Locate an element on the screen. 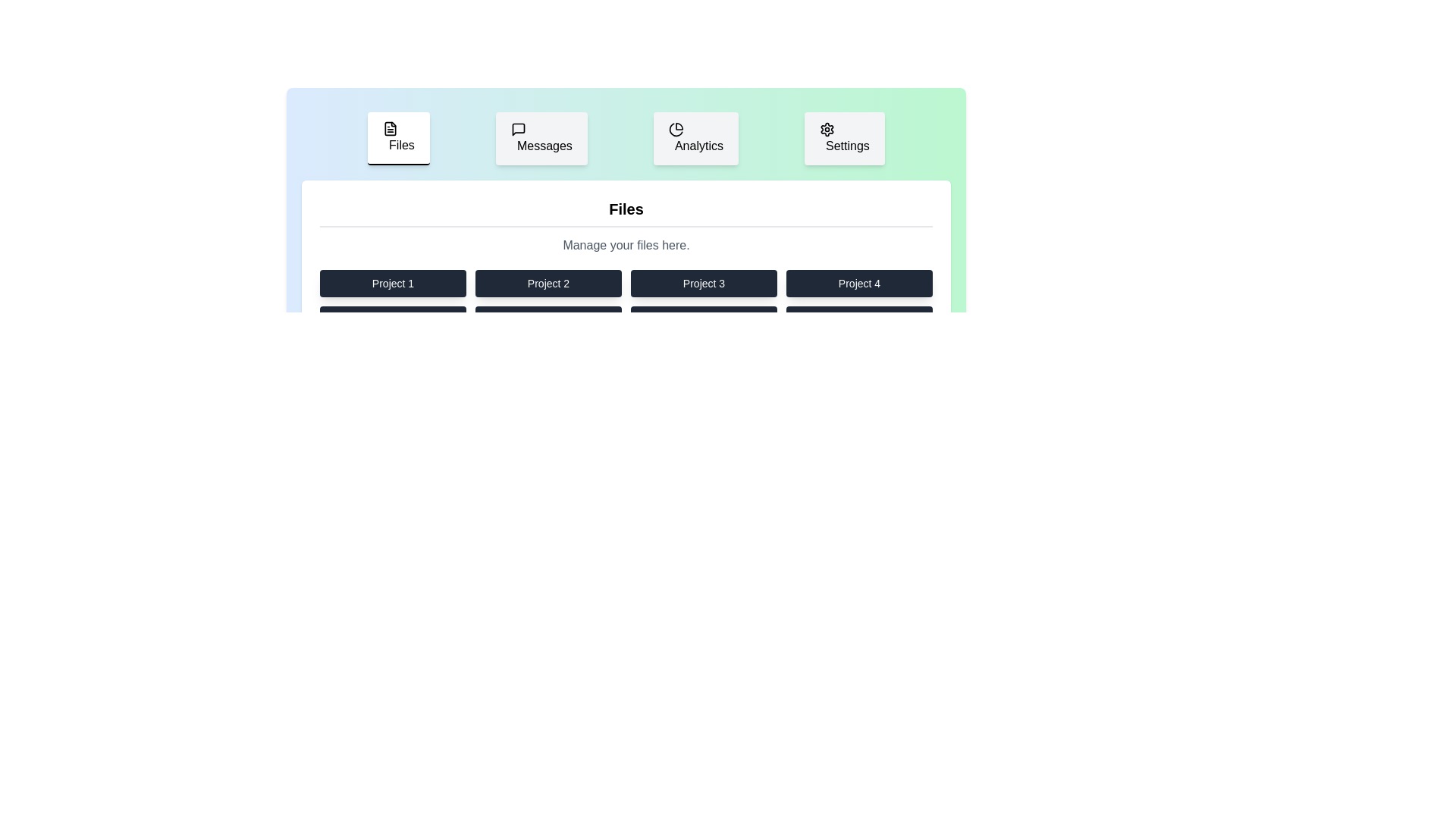 This screenshot has height=819, width=1456. the Messages tab to switch its content is located at coordinates (541, 138).